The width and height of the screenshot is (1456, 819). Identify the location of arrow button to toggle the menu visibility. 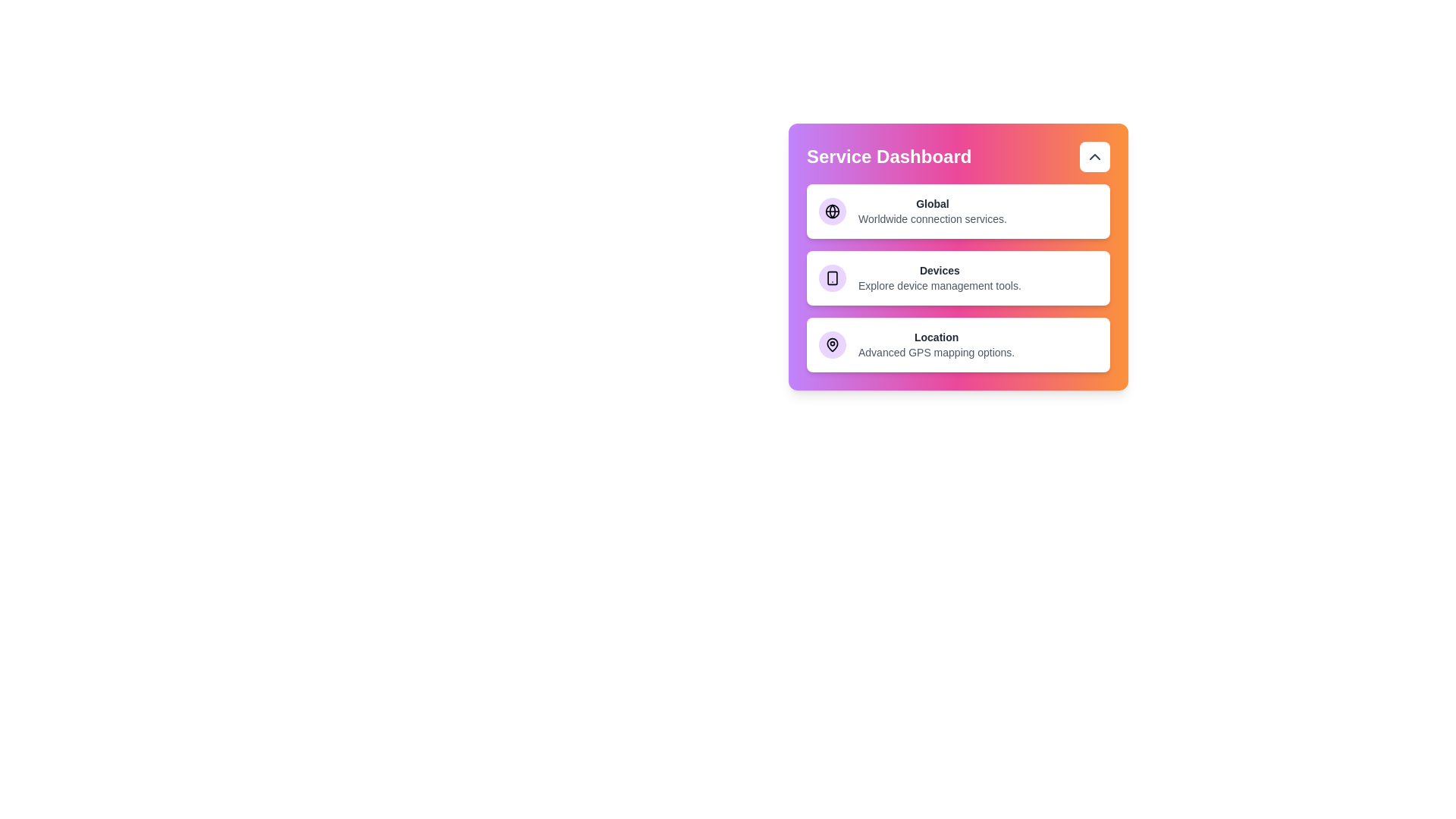
(1095, 157).